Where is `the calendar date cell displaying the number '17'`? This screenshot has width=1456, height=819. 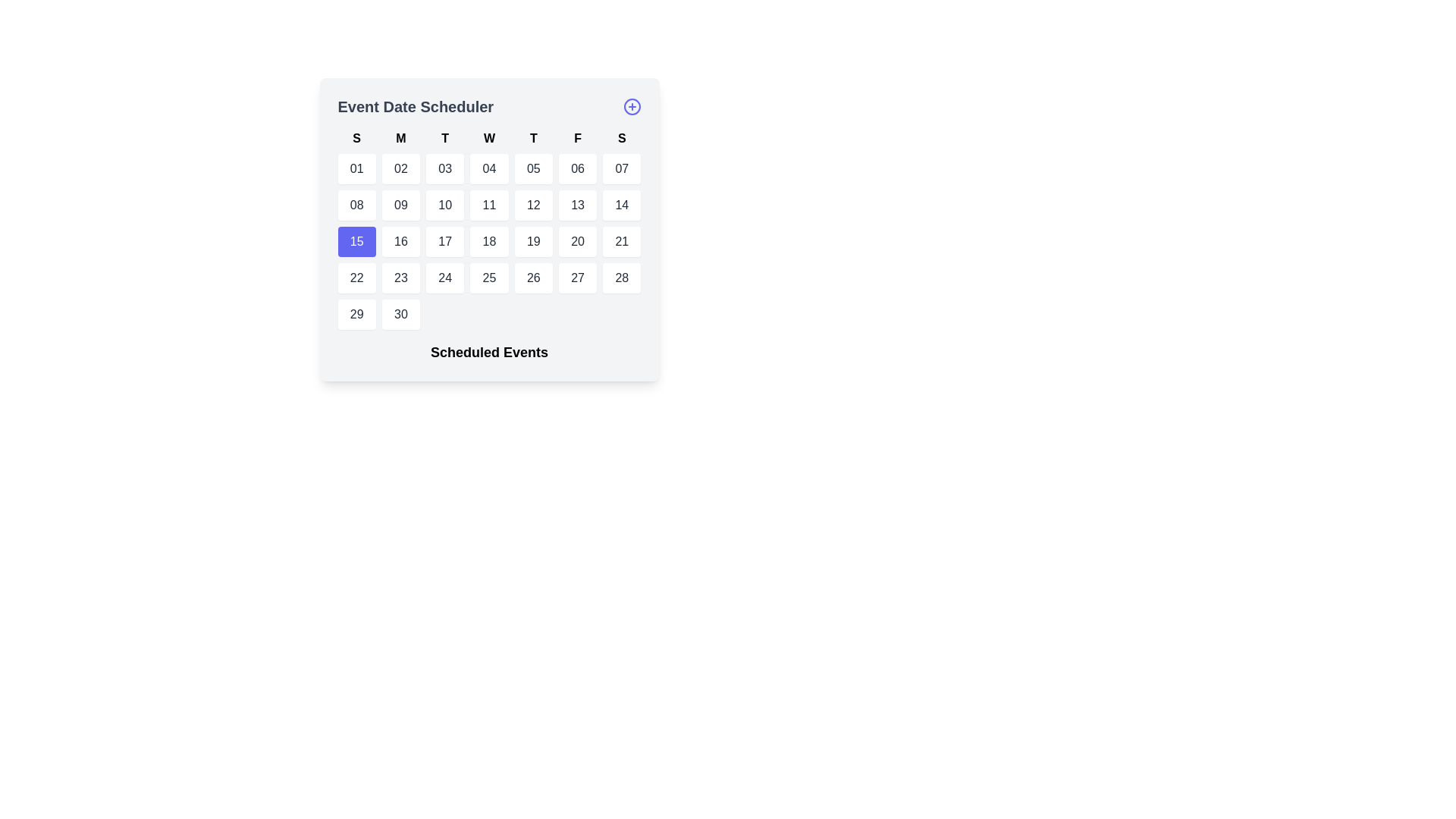 the calendar date cell displaying the number '17' is located at coordinates (444, 241).